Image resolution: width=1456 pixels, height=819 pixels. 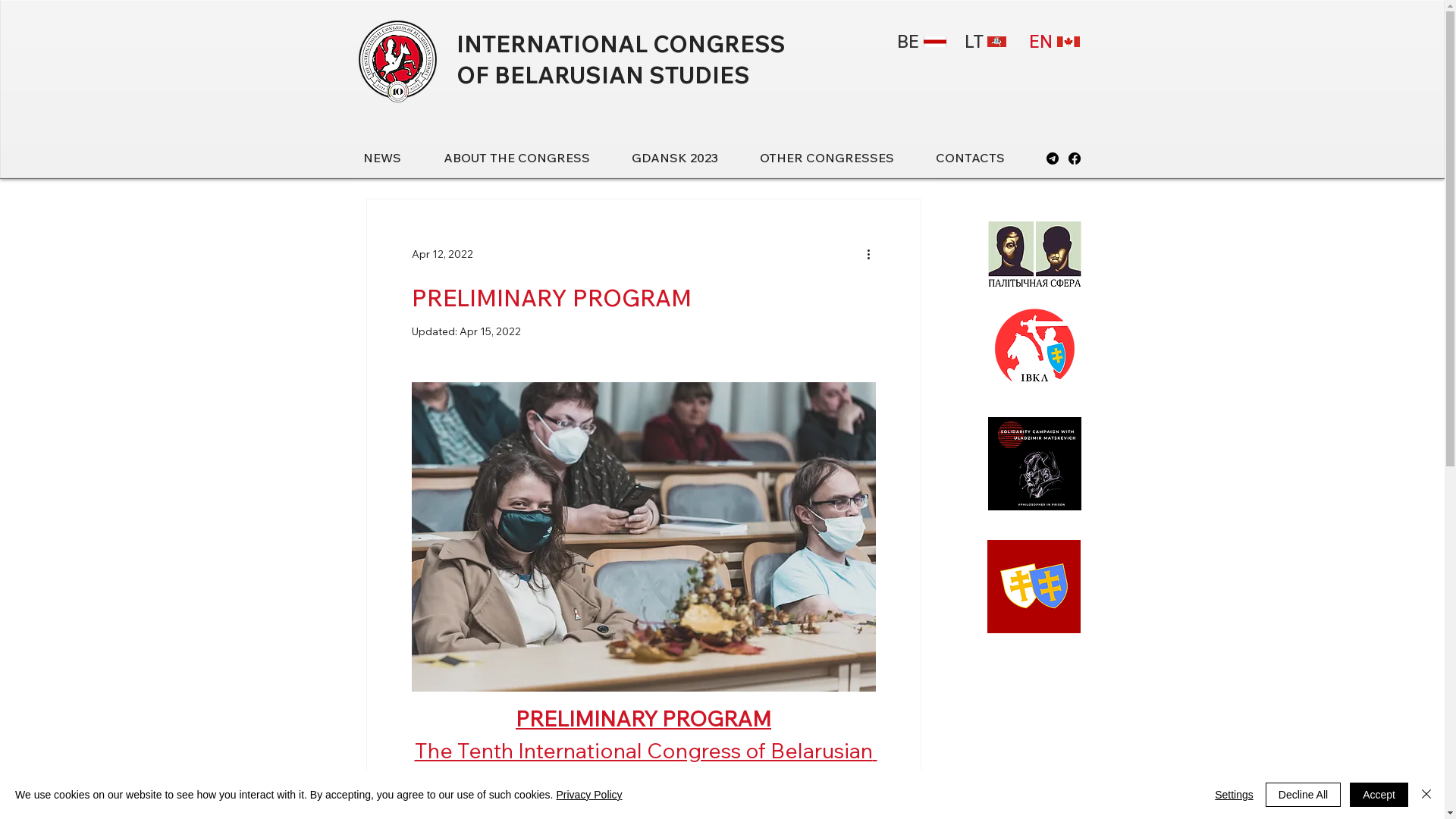 I want to click on 'lietuva.png', so click(x=996, y=40).